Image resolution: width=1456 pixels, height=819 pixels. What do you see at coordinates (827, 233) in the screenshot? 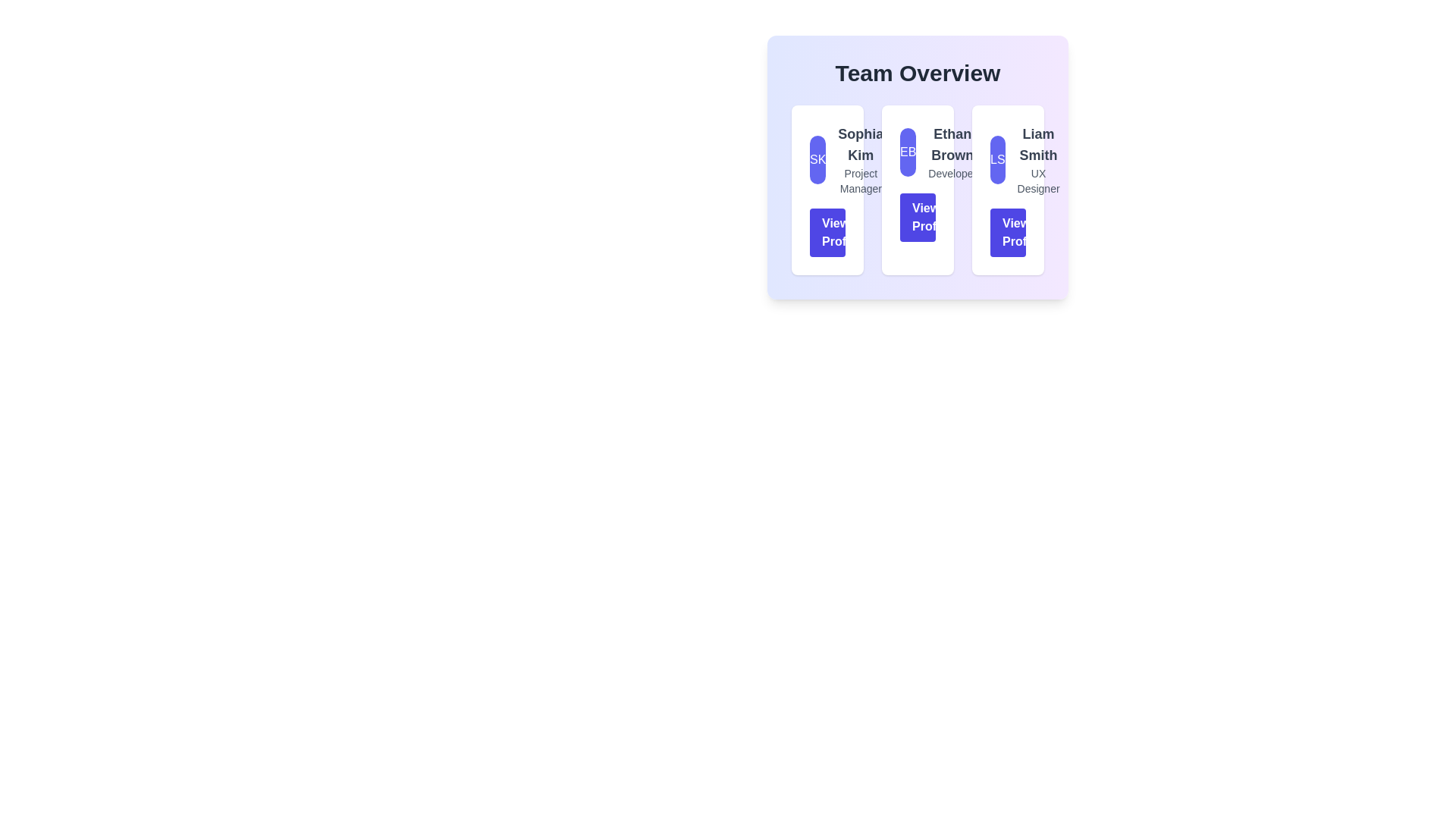
I see `the navigation button for viewing the profile of 'Sophia Kim' for accessibility purposes` at bounding box center [827, 233].